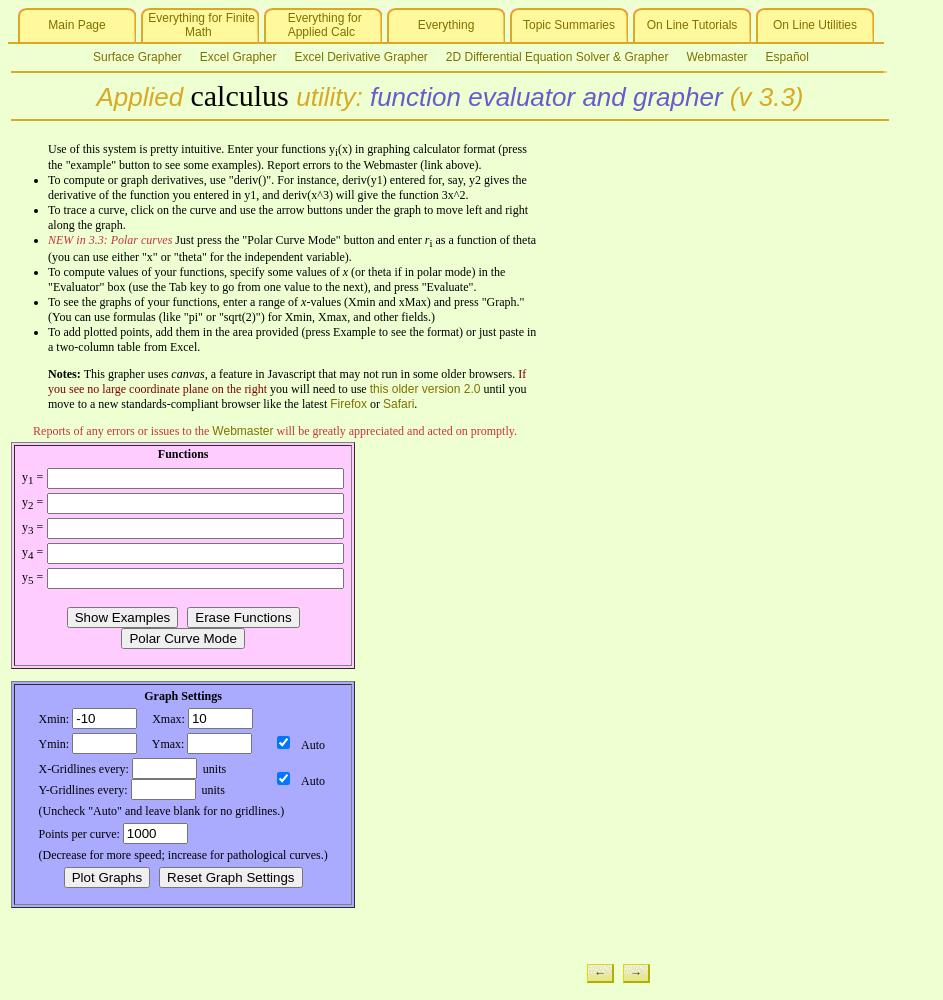 The width and height of the screenshot is (943, 1000). What do you see at coordinates (189, 149) in the screenshot?
I see `'Use of this system is pretty intuitive. Enter your functions y'` at bounding box center [189, 149].